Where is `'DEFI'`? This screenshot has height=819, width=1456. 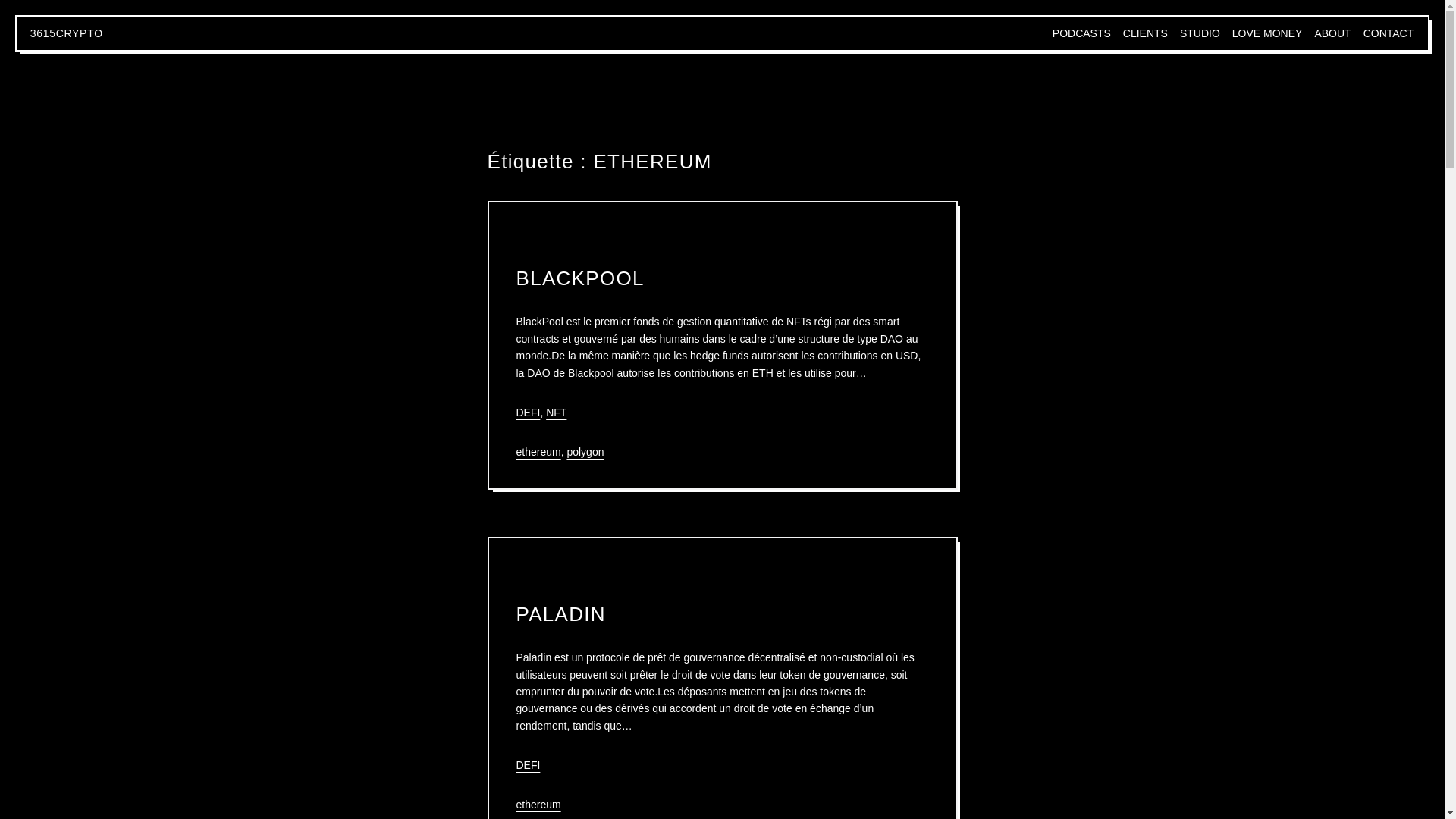 'DEFI' is located at coordinates (528, 765).